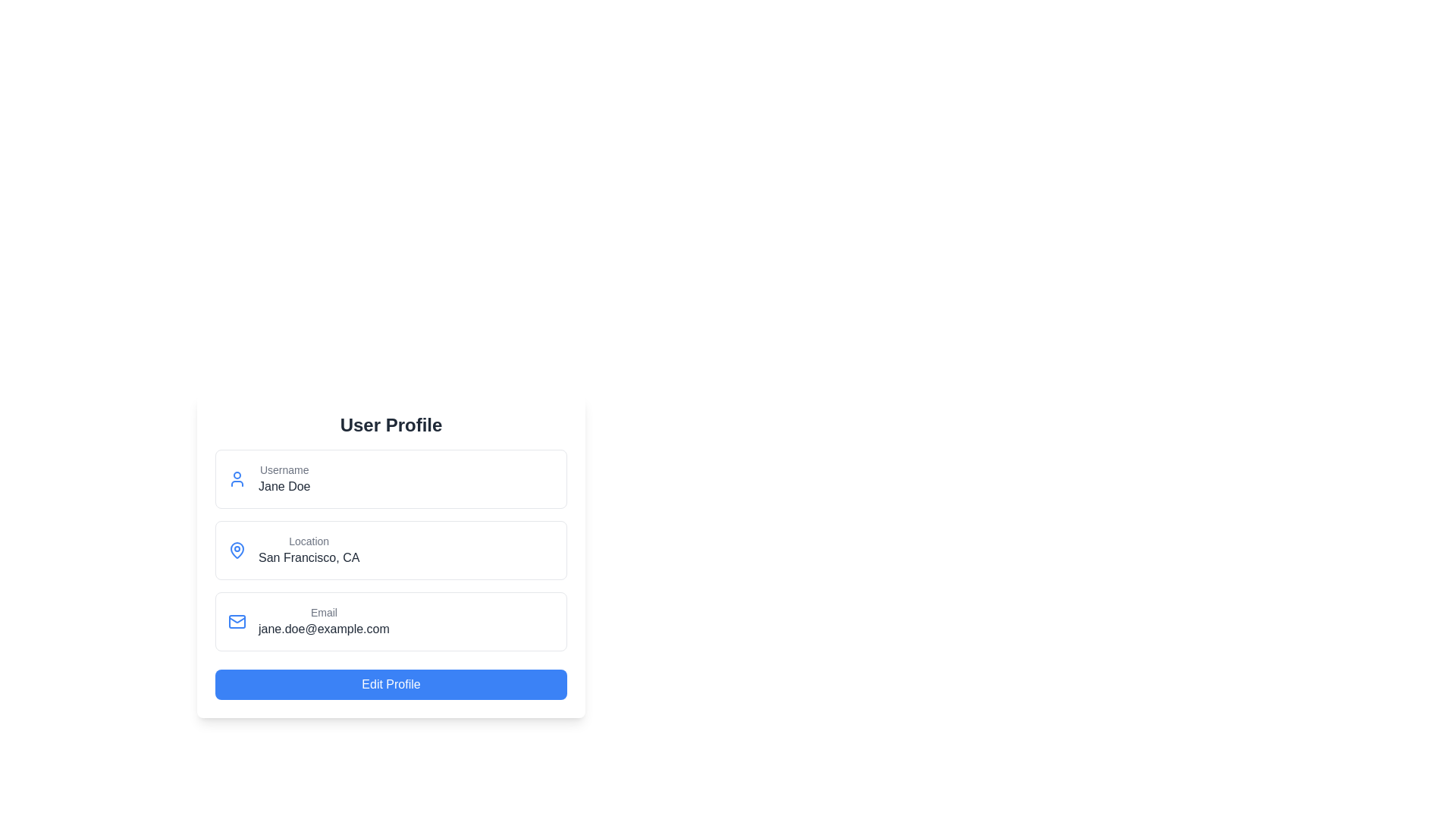  I want to click on the appearance of the flap of the envelope graphic located at the center of the email input field, so click(236, 620).